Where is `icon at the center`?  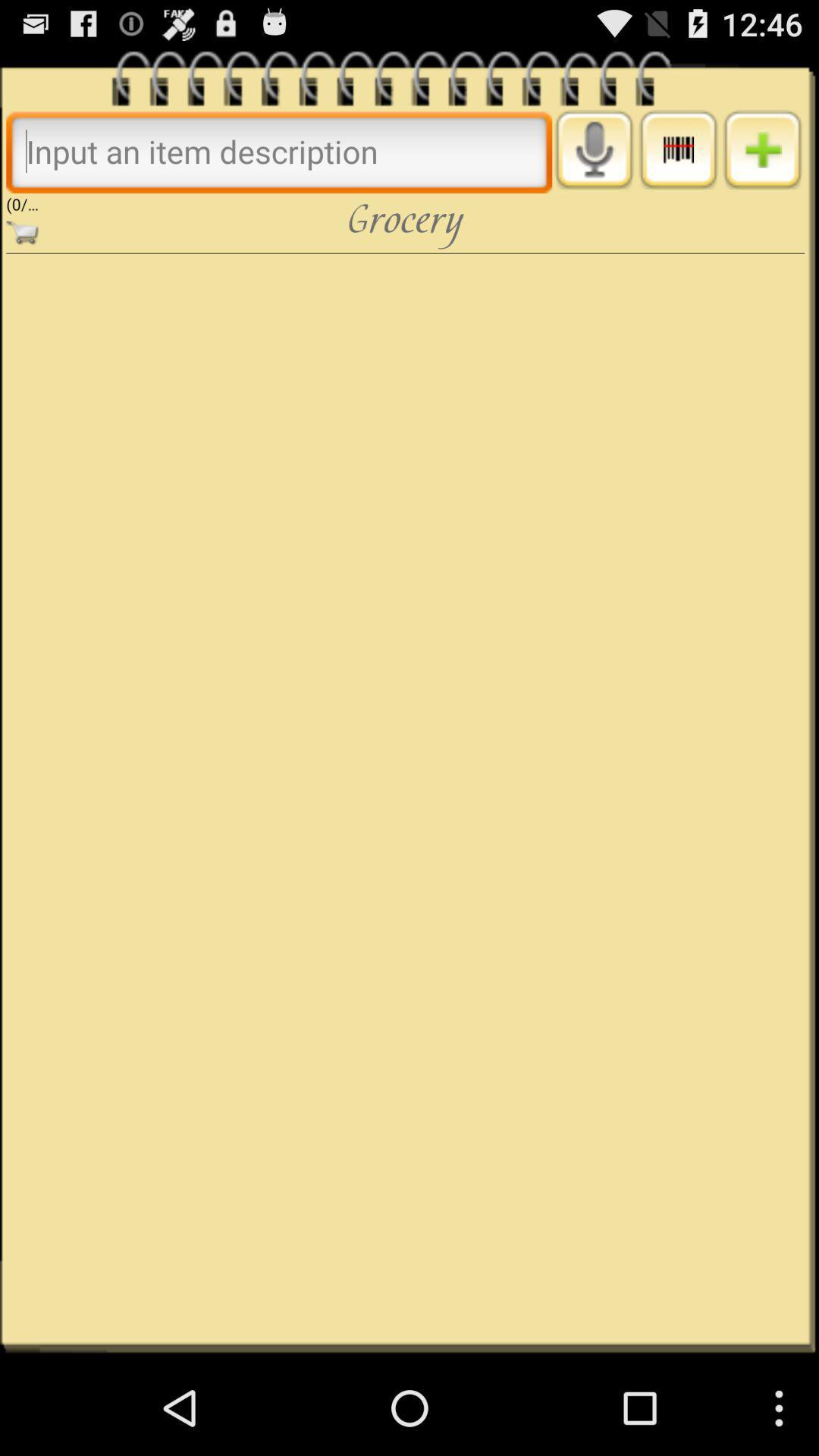 icon at the center is located at coordinates (404, 796).